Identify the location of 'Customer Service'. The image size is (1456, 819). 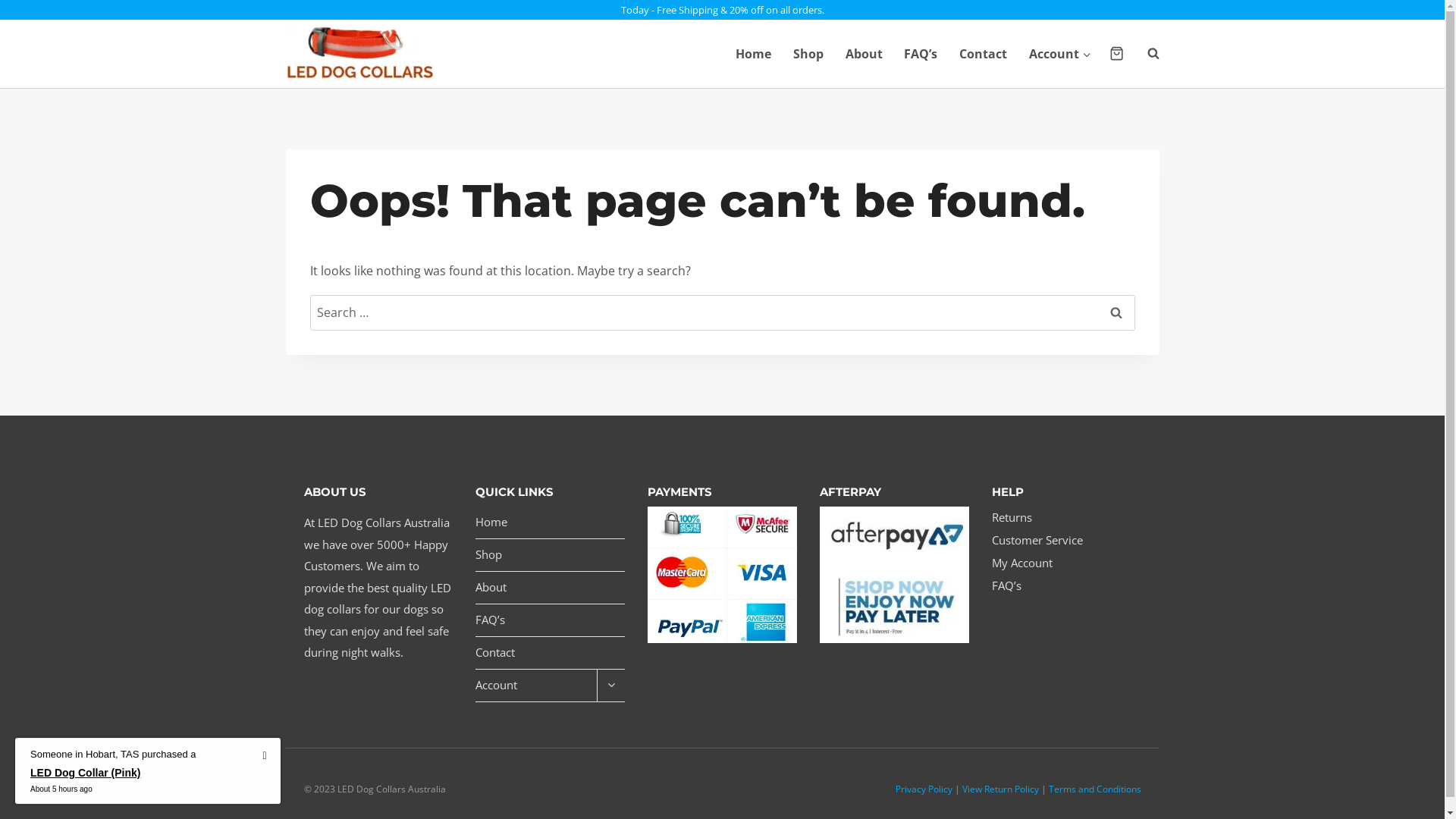
(1065, 540).